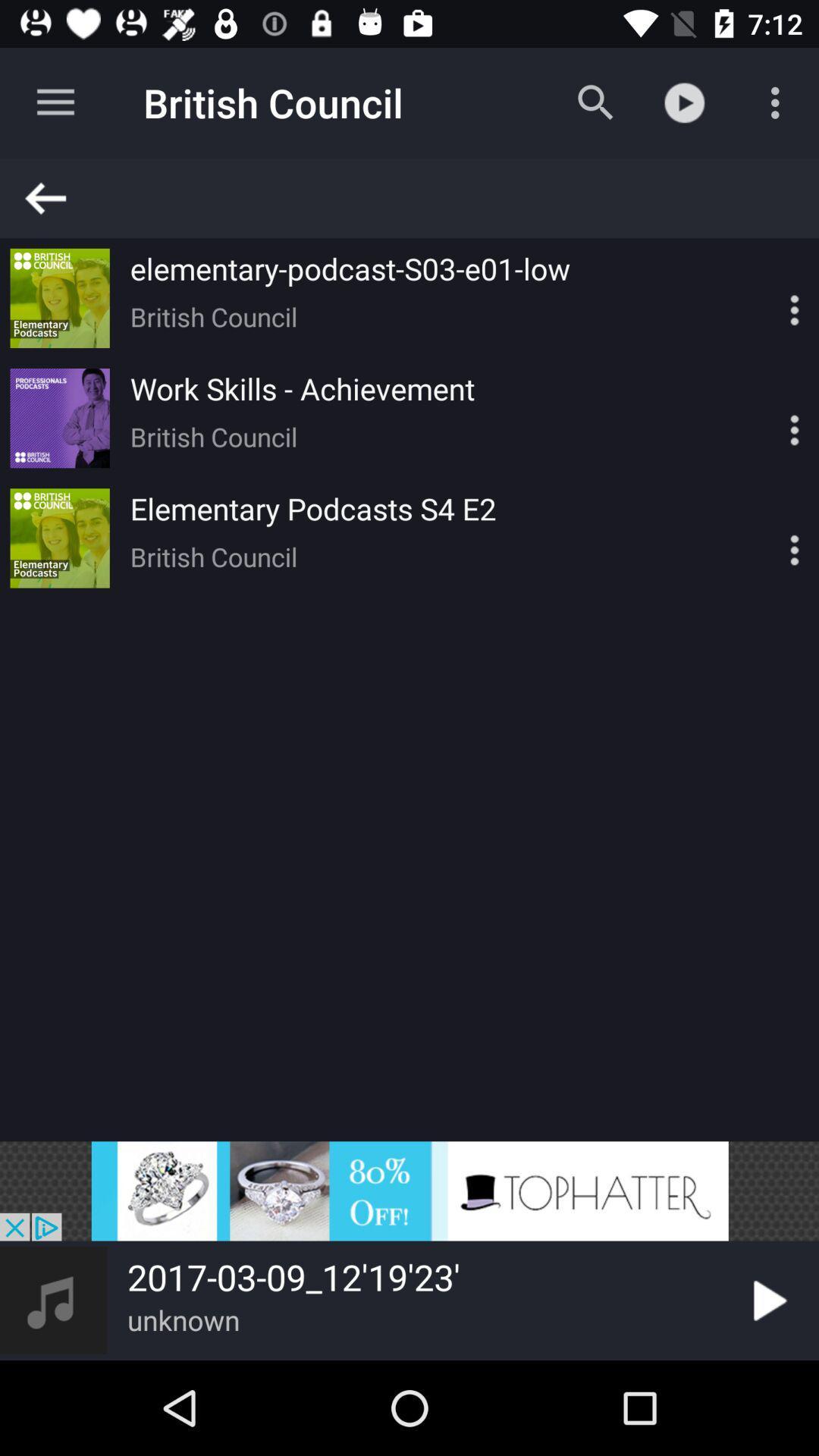 This screenshot has height=1456, width=819. What do you see at coordinates (767, 1300) in the screenshot?
I see `the play icon` at bounding box center [767, 1300].